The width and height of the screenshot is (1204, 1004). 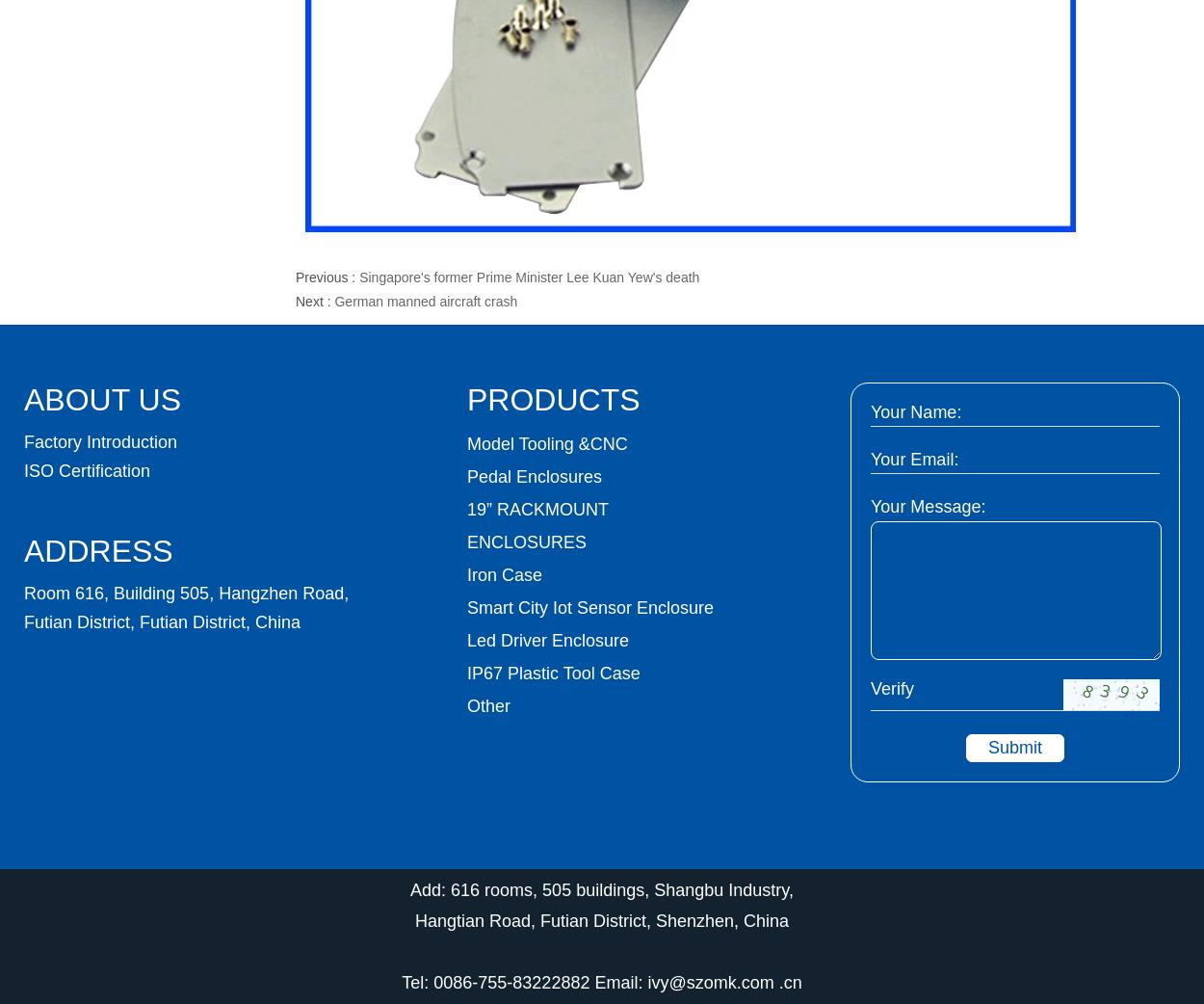 I want to click on 'Smart City Iot Sensor Enclosure', so click(x=589, y=608).